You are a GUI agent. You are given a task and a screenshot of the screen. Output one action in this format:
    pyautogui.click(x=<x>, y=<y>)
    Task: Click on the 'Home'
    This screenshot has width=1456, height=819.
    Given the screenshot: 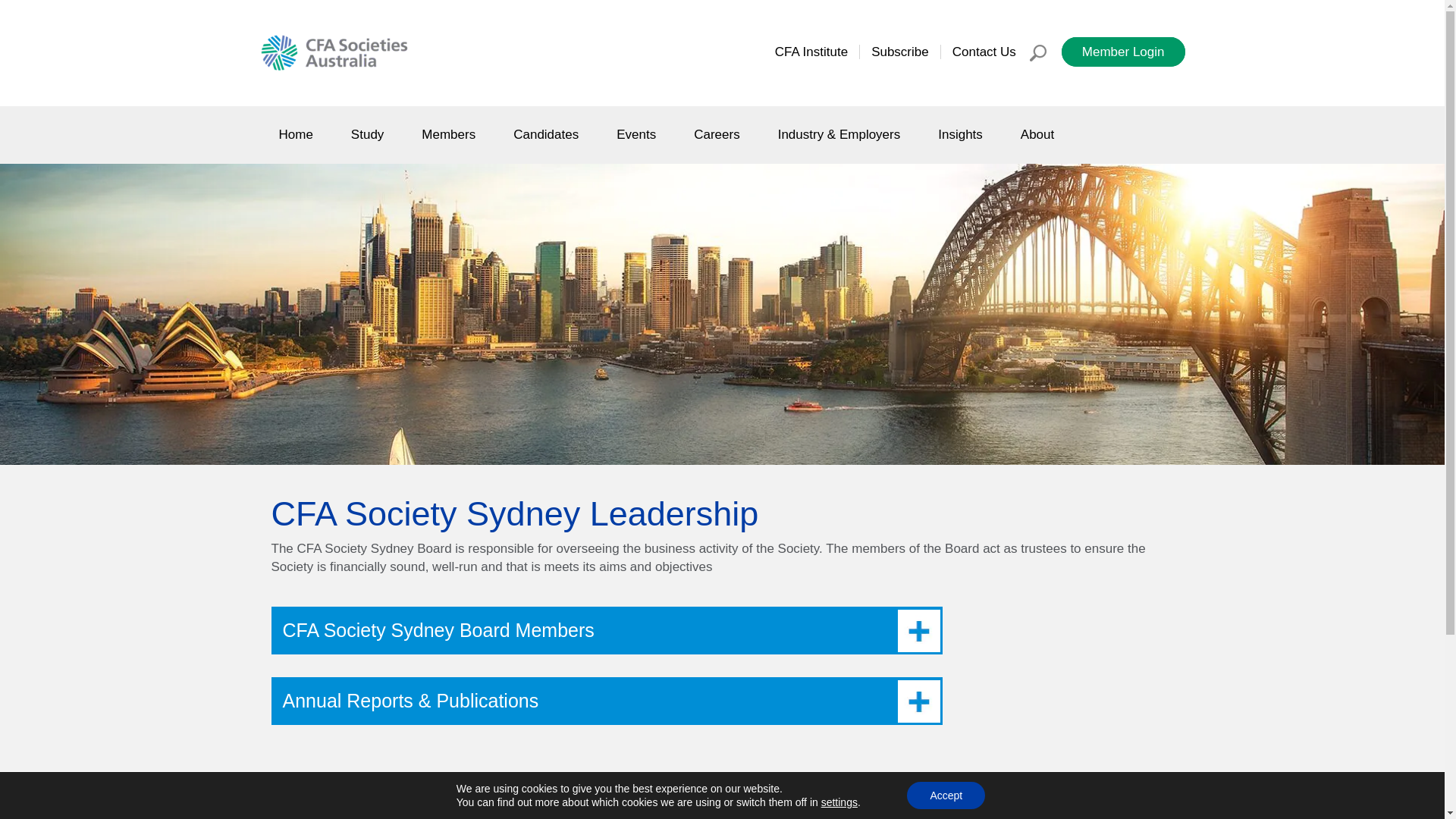 What is the action you would take?
    pyautogui.click(x=261, y=133)
    